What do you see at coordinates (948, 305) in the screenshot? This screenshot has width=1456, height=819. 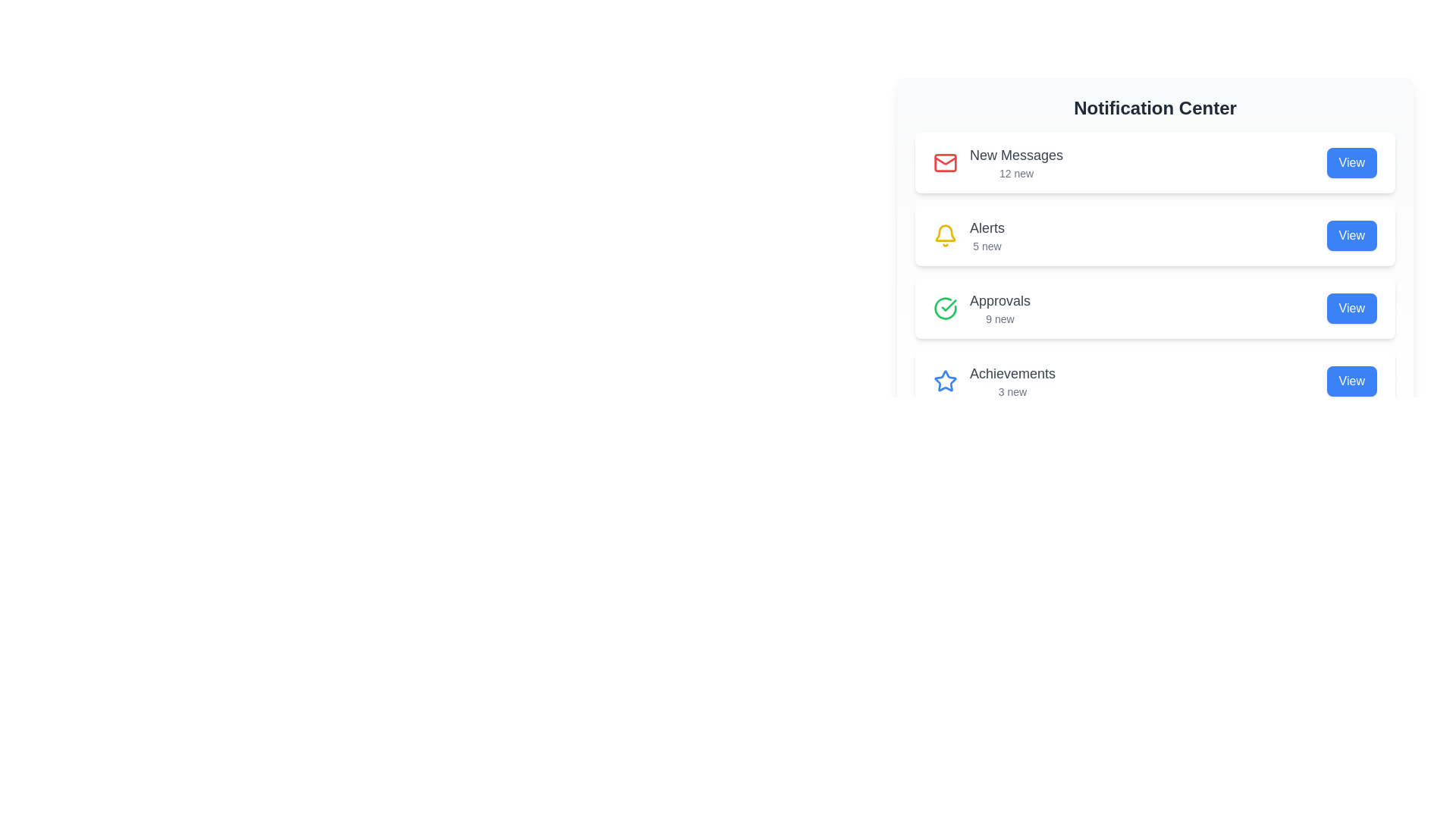 I see `the green checkmark icon inside the circular boundary in the 'Approvals' section of the notification card layout` at bounding box center [948, 305].